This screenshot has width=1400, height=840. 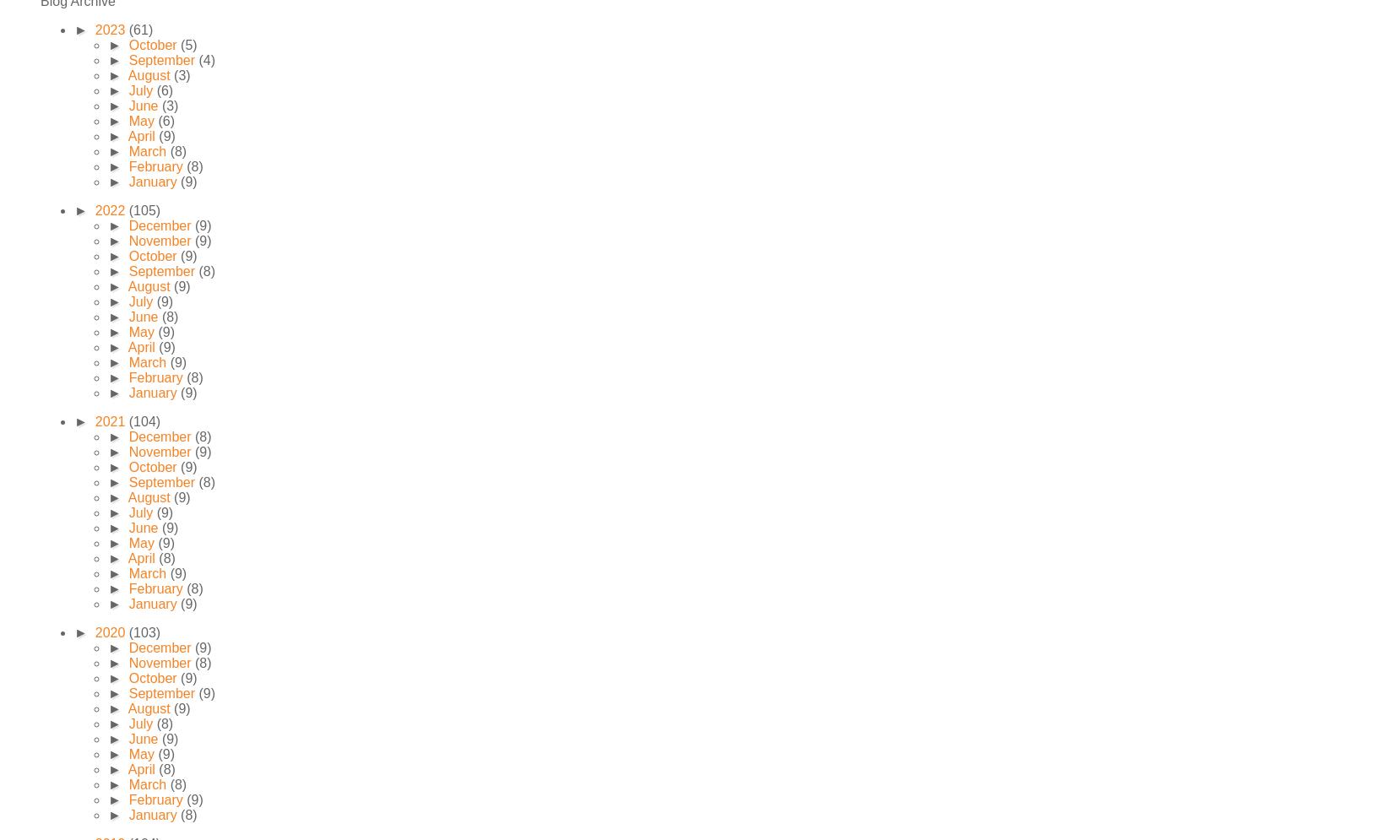 I want to click on '2022', so click(x=94, y=210).